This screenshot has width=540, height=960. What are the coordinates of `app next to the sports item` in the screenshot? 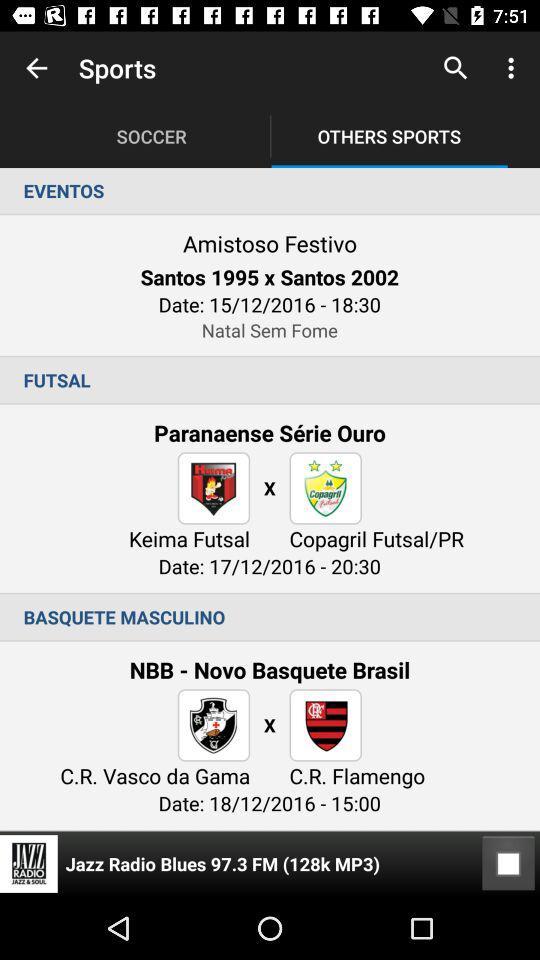 It's located at (36, 68).